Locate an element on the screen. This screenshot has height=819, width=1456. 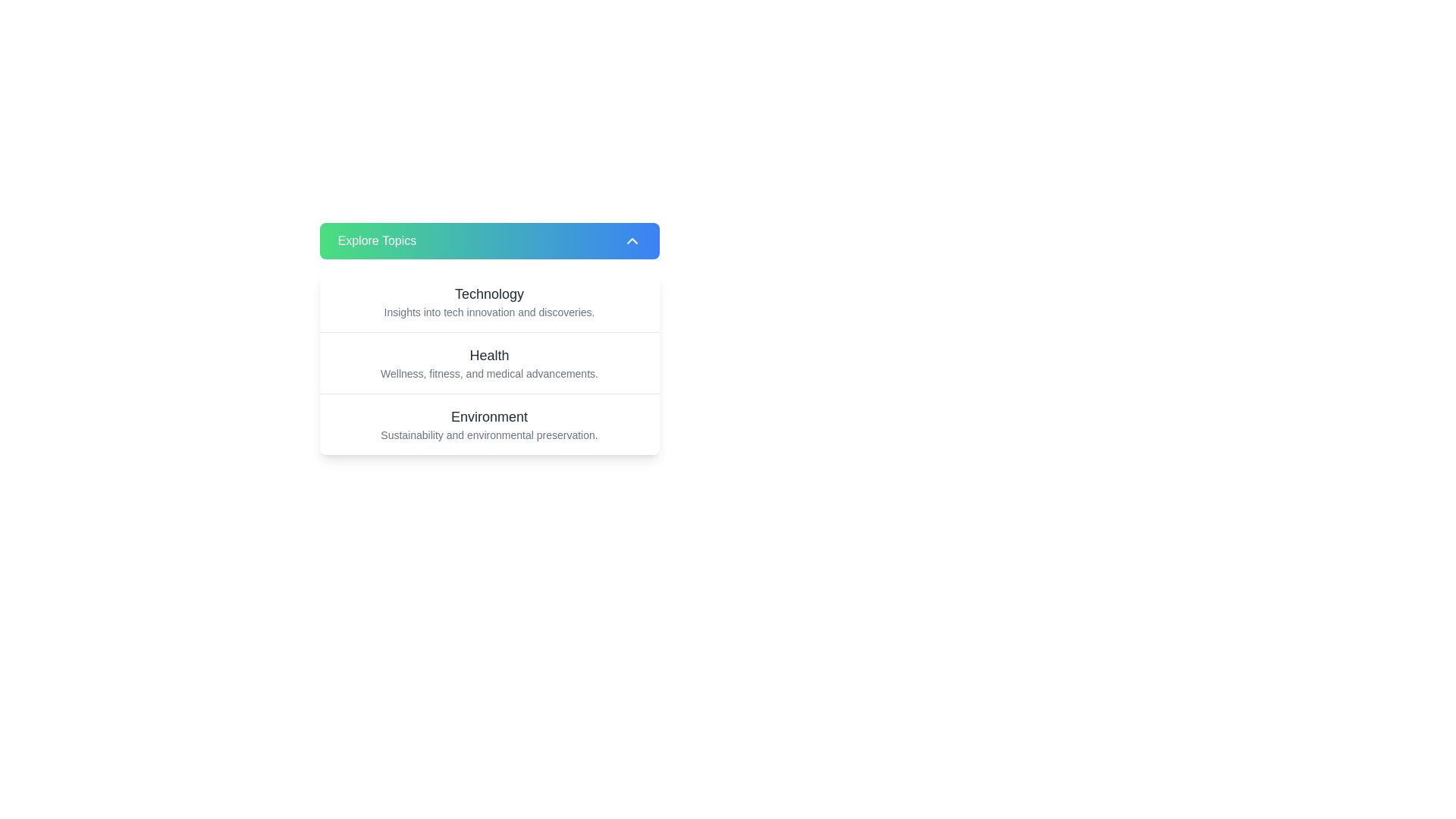
the clickable list item labeled 'Health', which is the second option in a vertical list of topics is located at coordinates (489, 362).